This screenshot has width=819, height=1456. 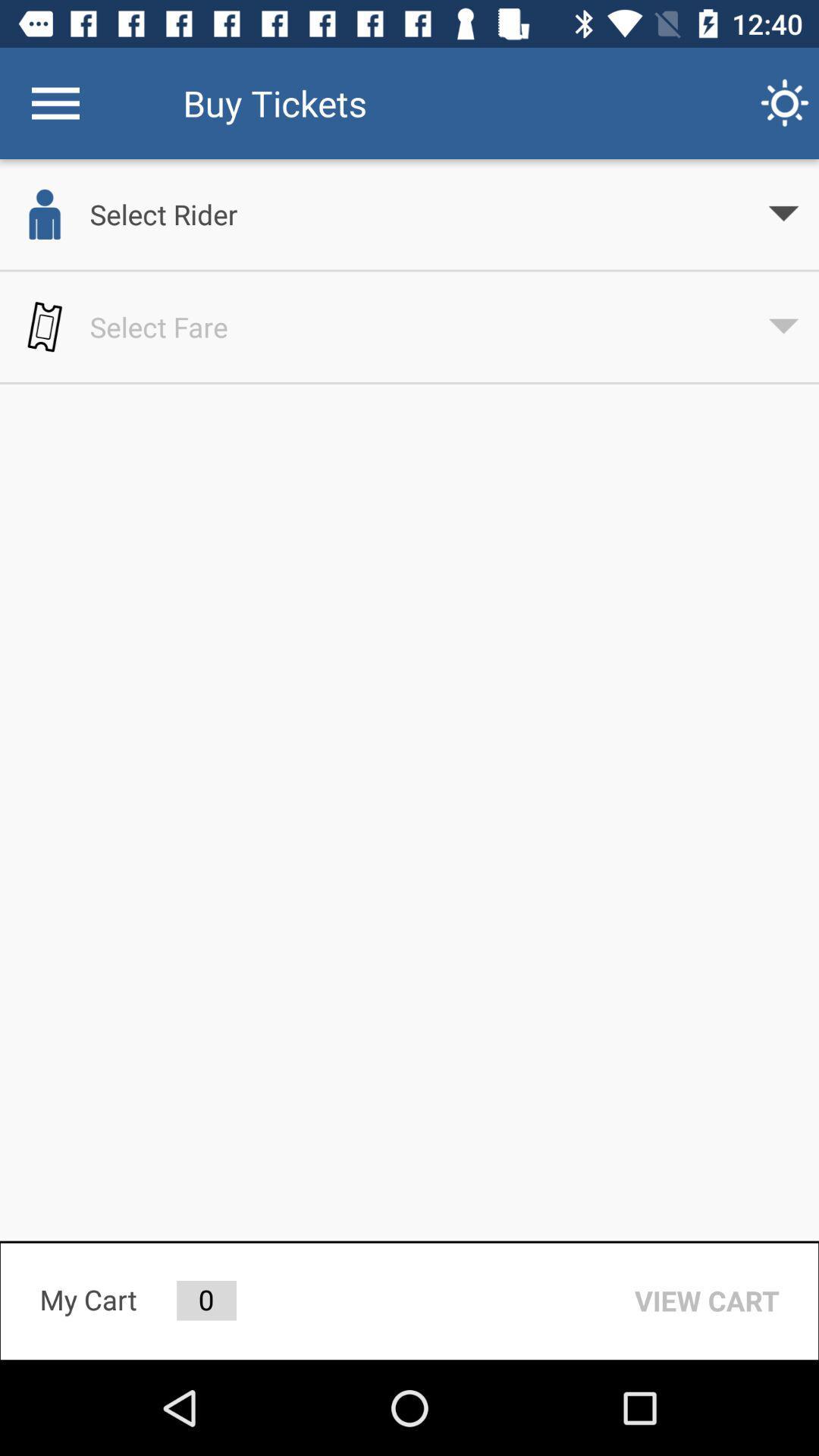 I want to click on item to the right of buy tickets, so click(x=785, y=102).